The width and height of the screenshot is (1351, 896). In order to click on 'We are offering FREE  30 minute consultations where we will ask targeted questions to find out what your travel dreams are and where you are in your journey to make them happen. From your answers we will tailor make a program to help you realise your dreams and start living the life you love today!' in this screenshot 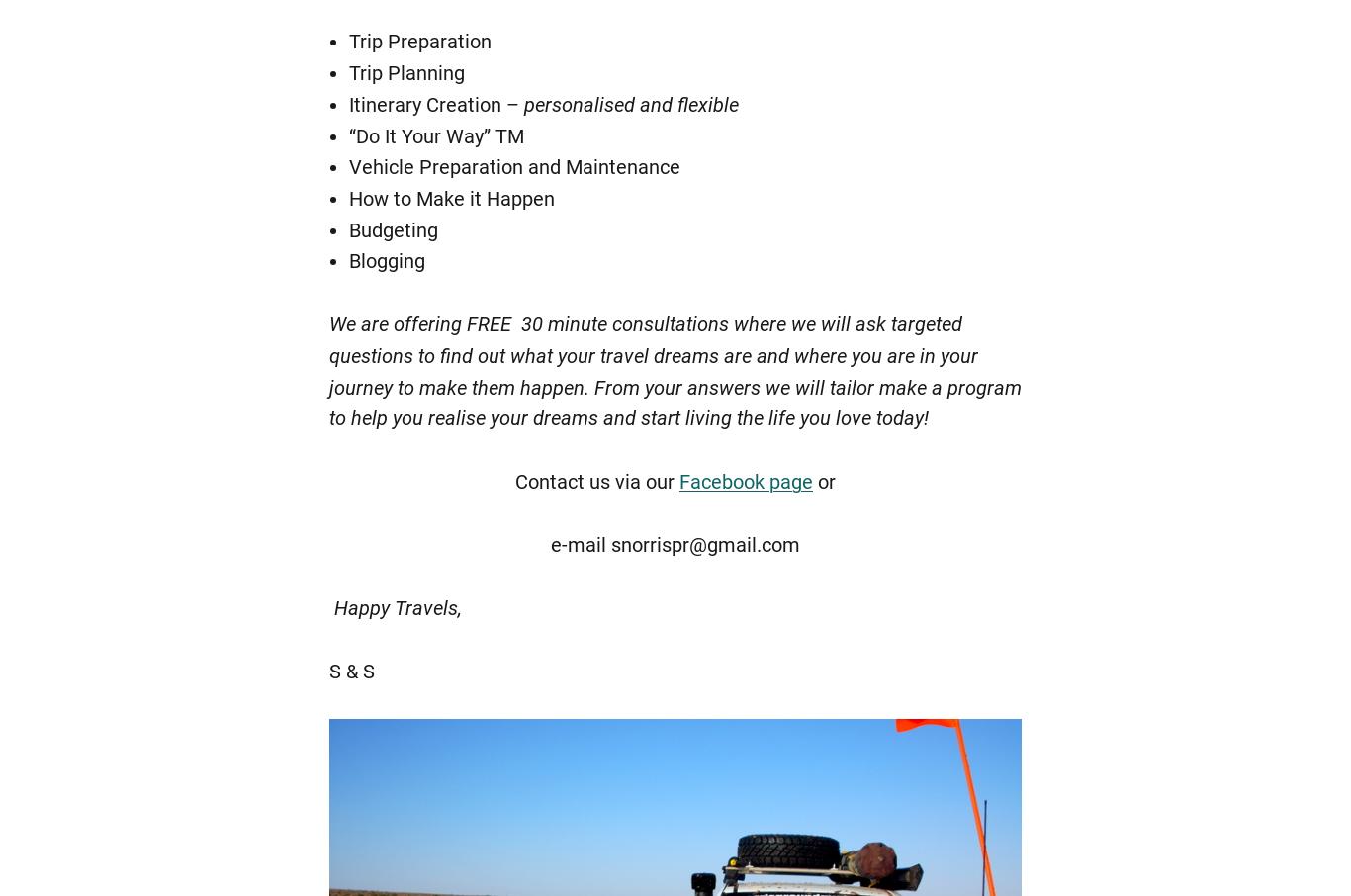, I will do `click(675, 370)`.